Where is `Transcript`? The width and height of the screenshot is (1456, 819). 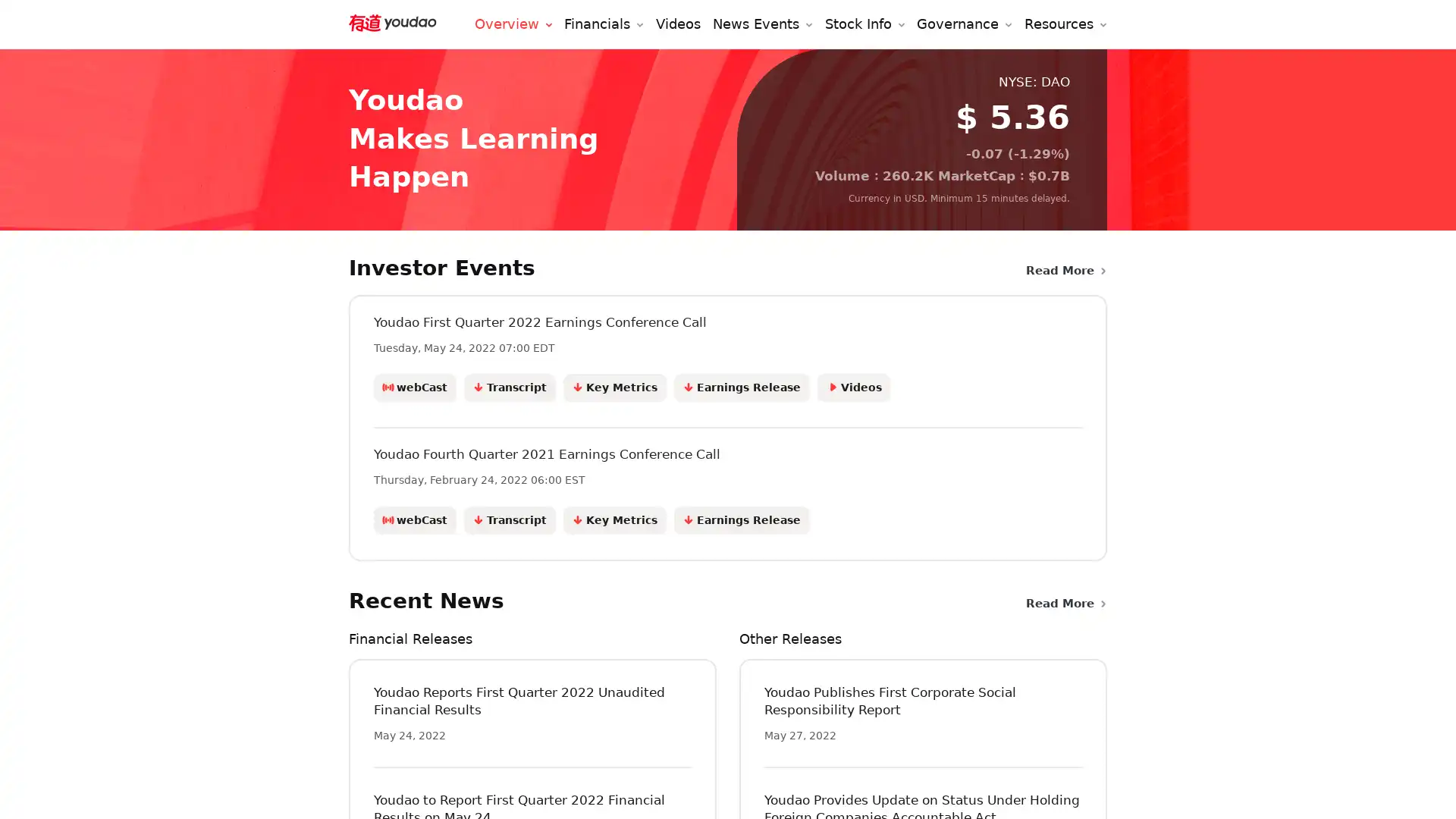 Transcript is located at coordinates (509, 387).